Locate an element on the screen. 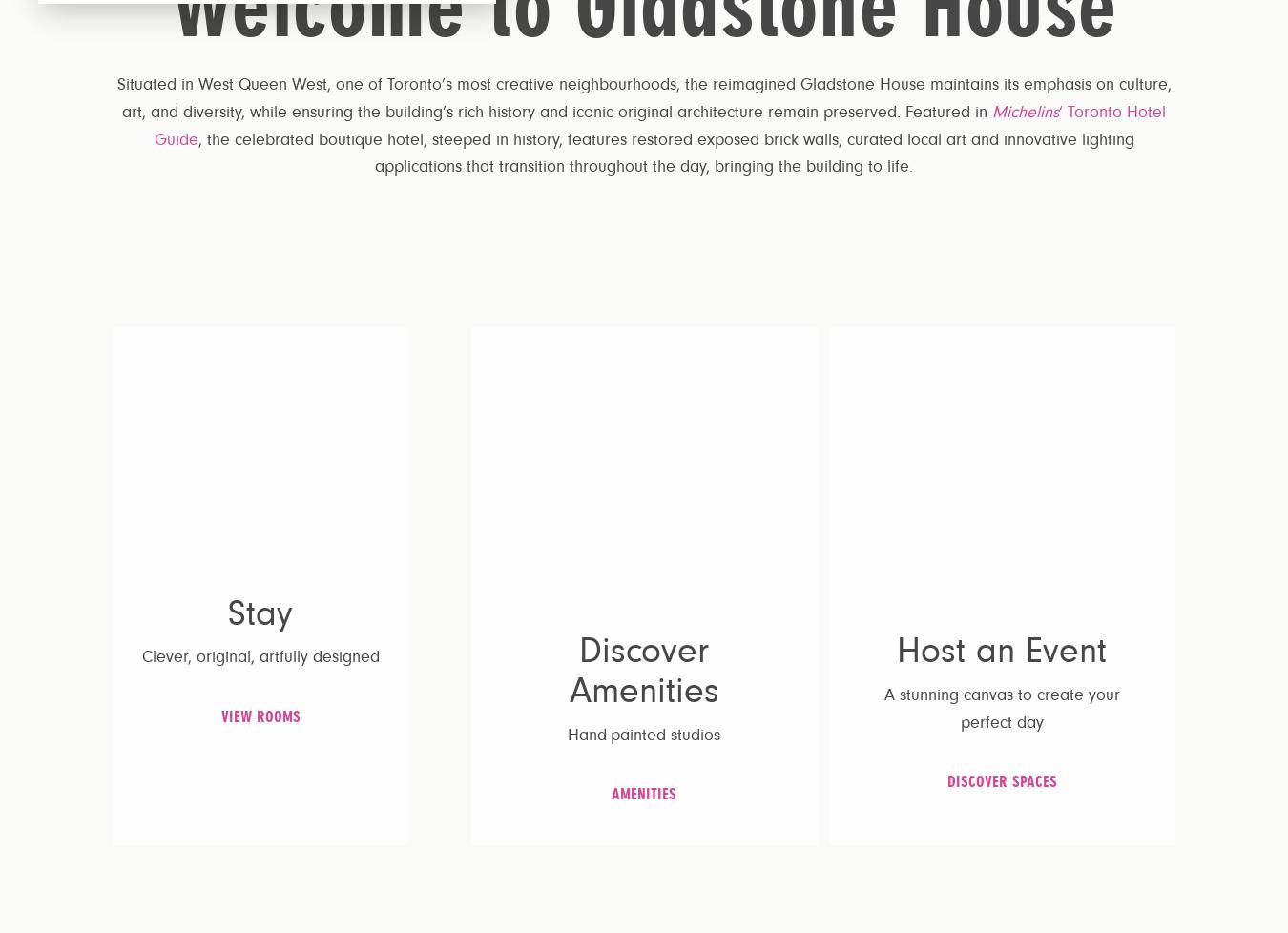 The image size is (1288, 933). 'A stunning canvas to create your perfect day' is located at coordinates (1001, 707).